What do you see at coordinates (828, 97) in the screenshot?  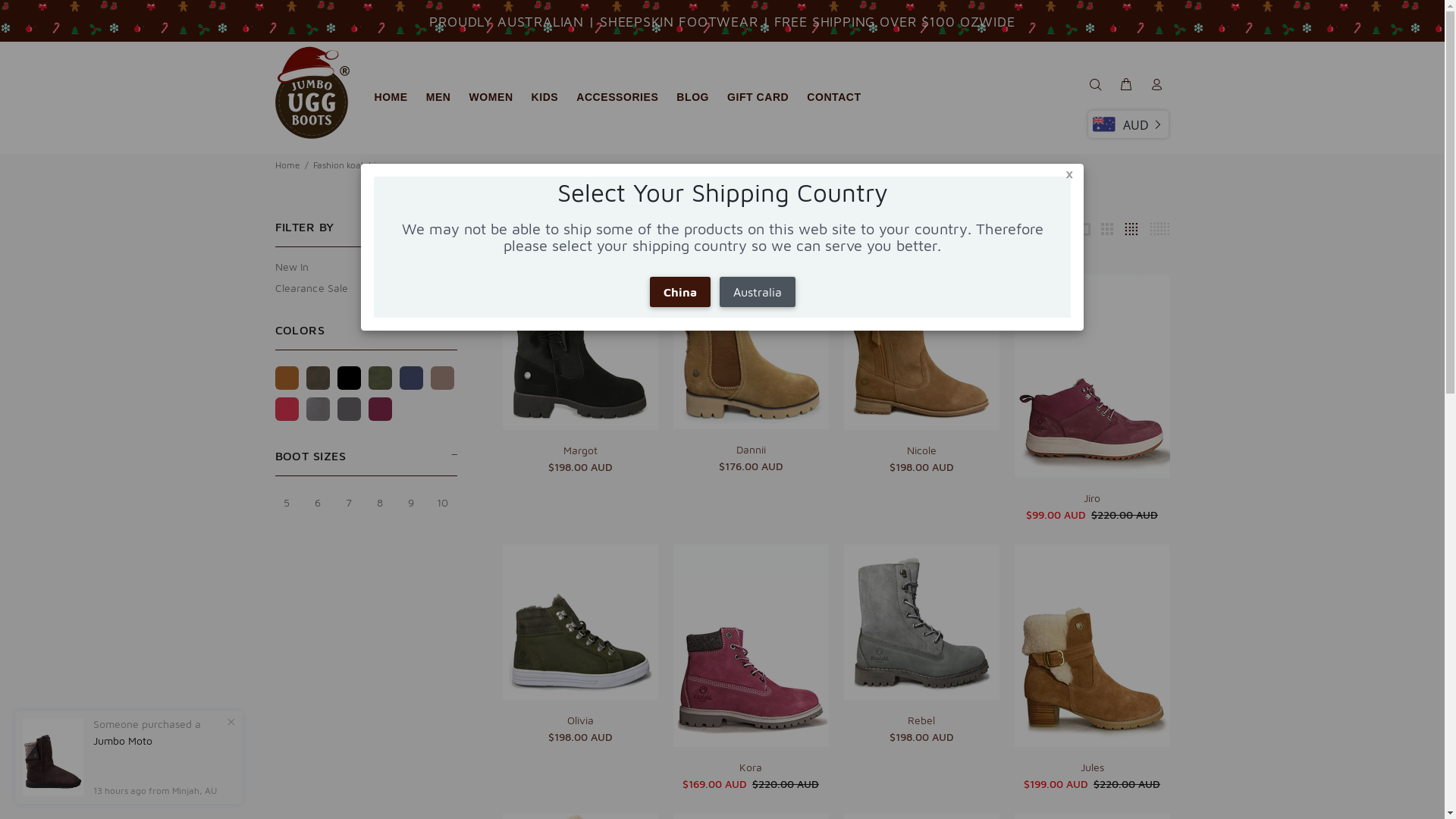 I see `'CONTACT'` at bounding box center [828, 97].